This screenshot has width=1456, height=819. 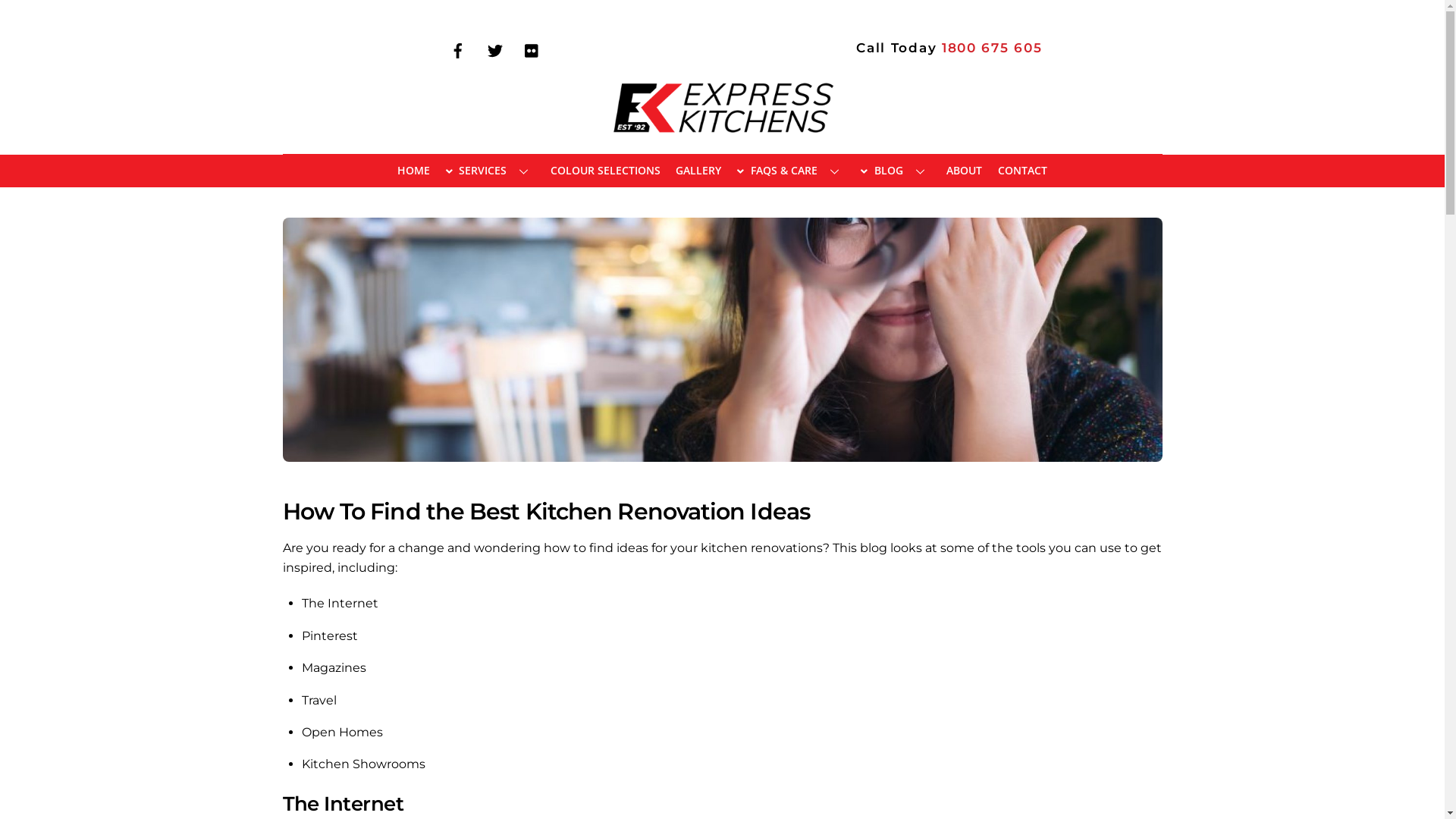 I want to click on 'CONTACT', so click(x=1022, y=170).